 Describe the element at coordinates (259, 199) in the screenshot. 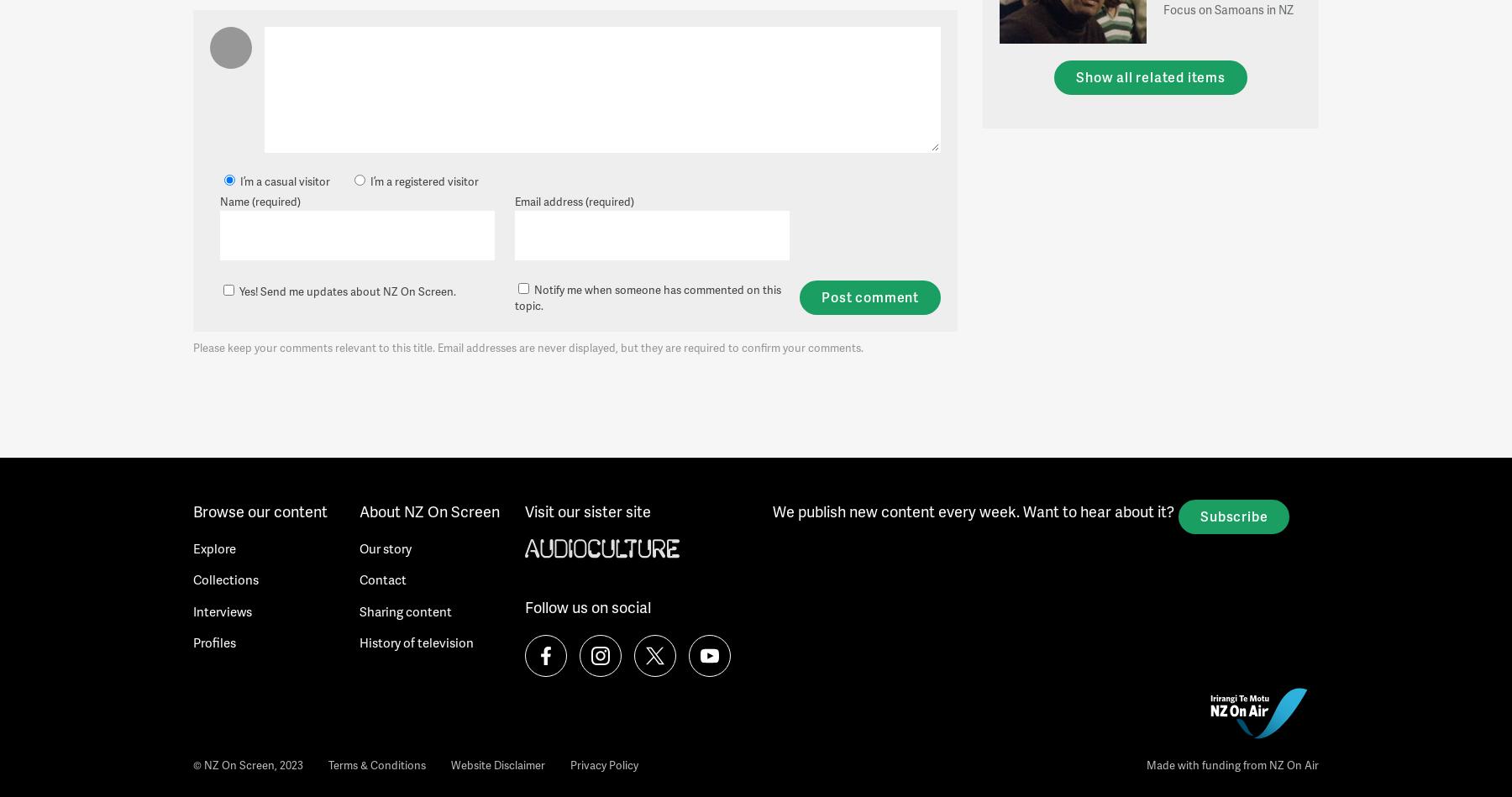

I see `'Name (required)'` at that location.